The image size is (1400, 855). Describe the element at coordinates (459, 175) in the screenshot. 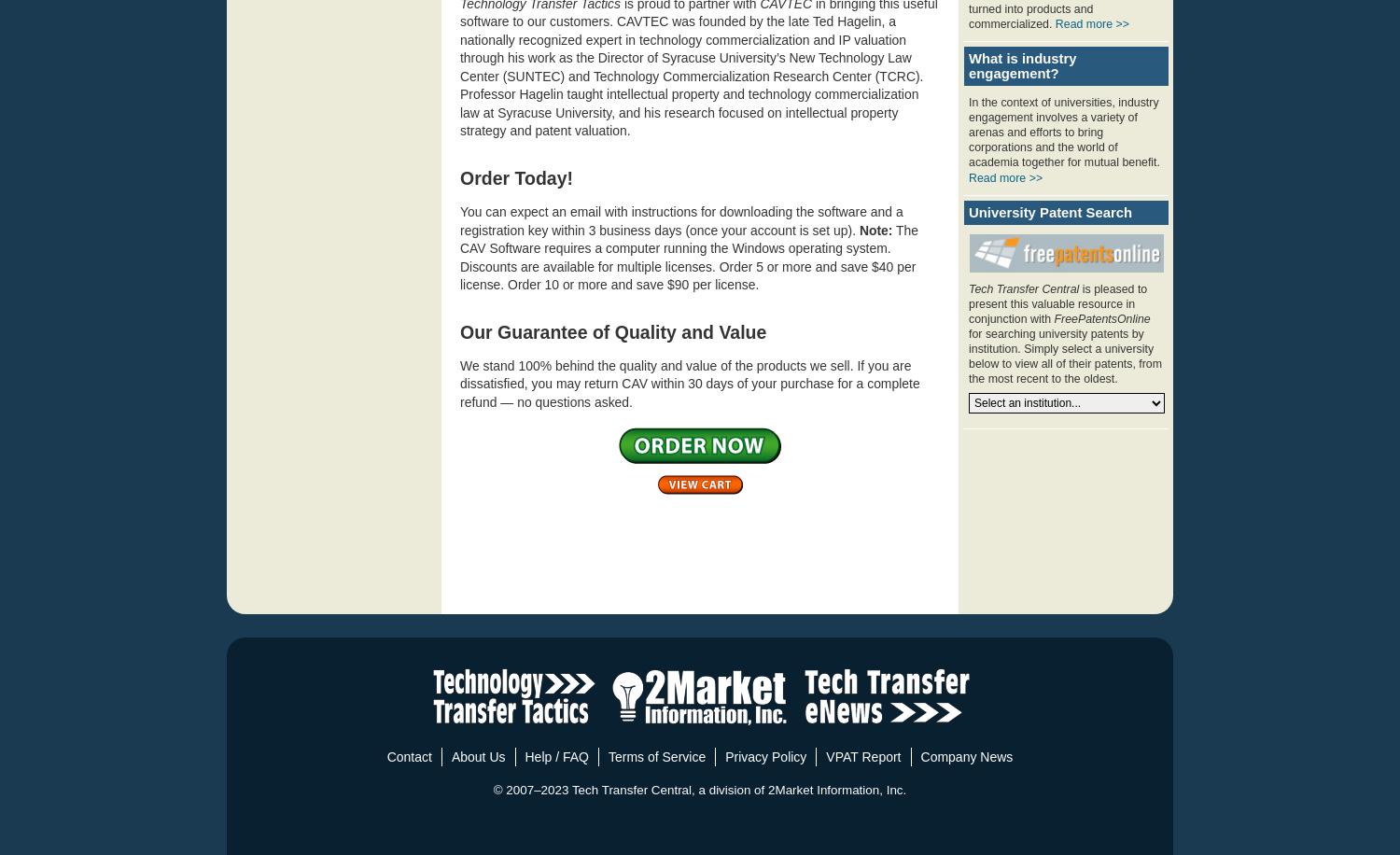

I see `'Order Today!'` at that location.